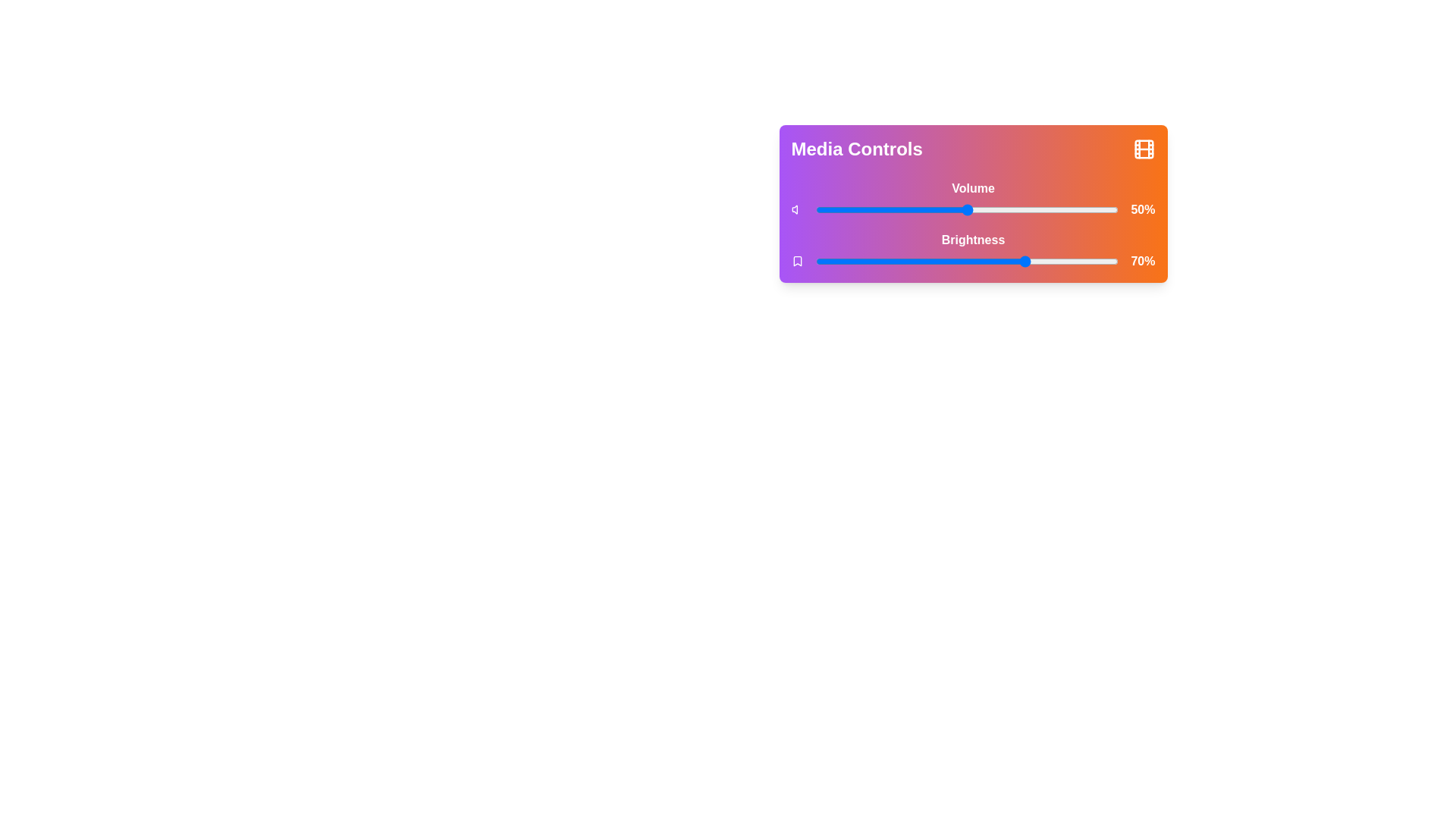 This screenshot has height=819, width=1456. What do you see at coordinates (856, 149) in the screenshot?
I see `the Media Controls title to inspect it` at bounding box center [856, 149].